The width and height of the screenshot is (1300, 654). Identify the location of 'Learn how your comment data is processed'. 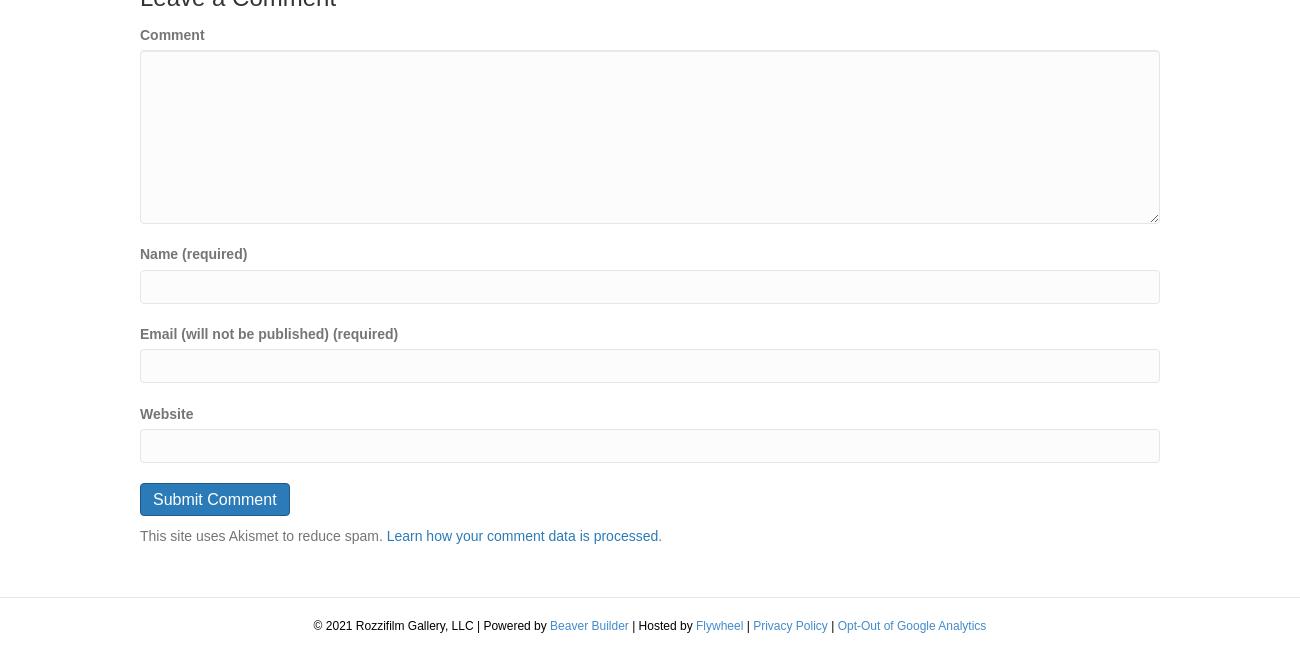
(521, 535).